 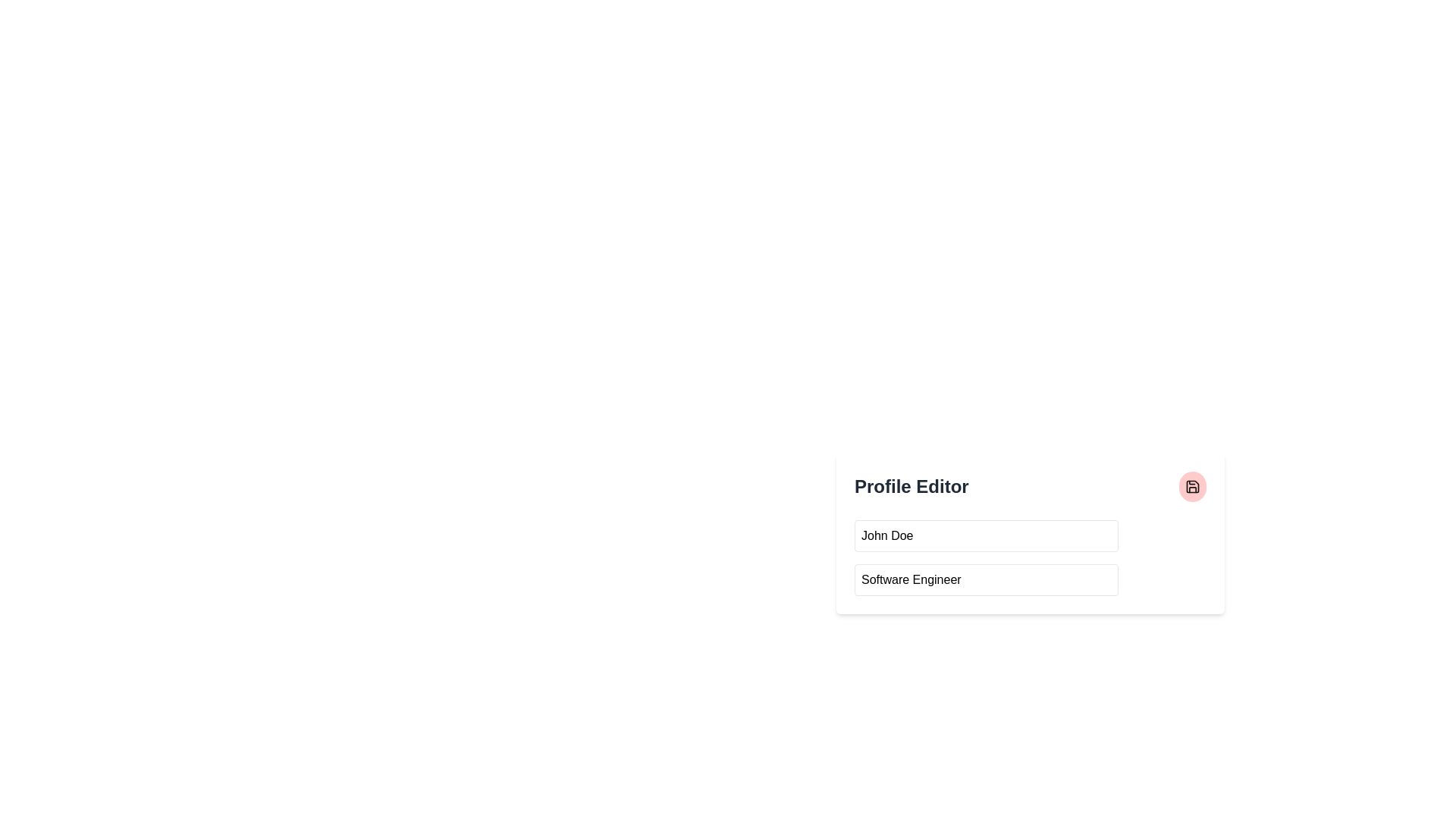 What do you see at coordinates (1192, 486) in the screenshot?
I see `the save icon located in the top-right corner of the 'Profile Editor' panel` at bounding box center [1192, 486].